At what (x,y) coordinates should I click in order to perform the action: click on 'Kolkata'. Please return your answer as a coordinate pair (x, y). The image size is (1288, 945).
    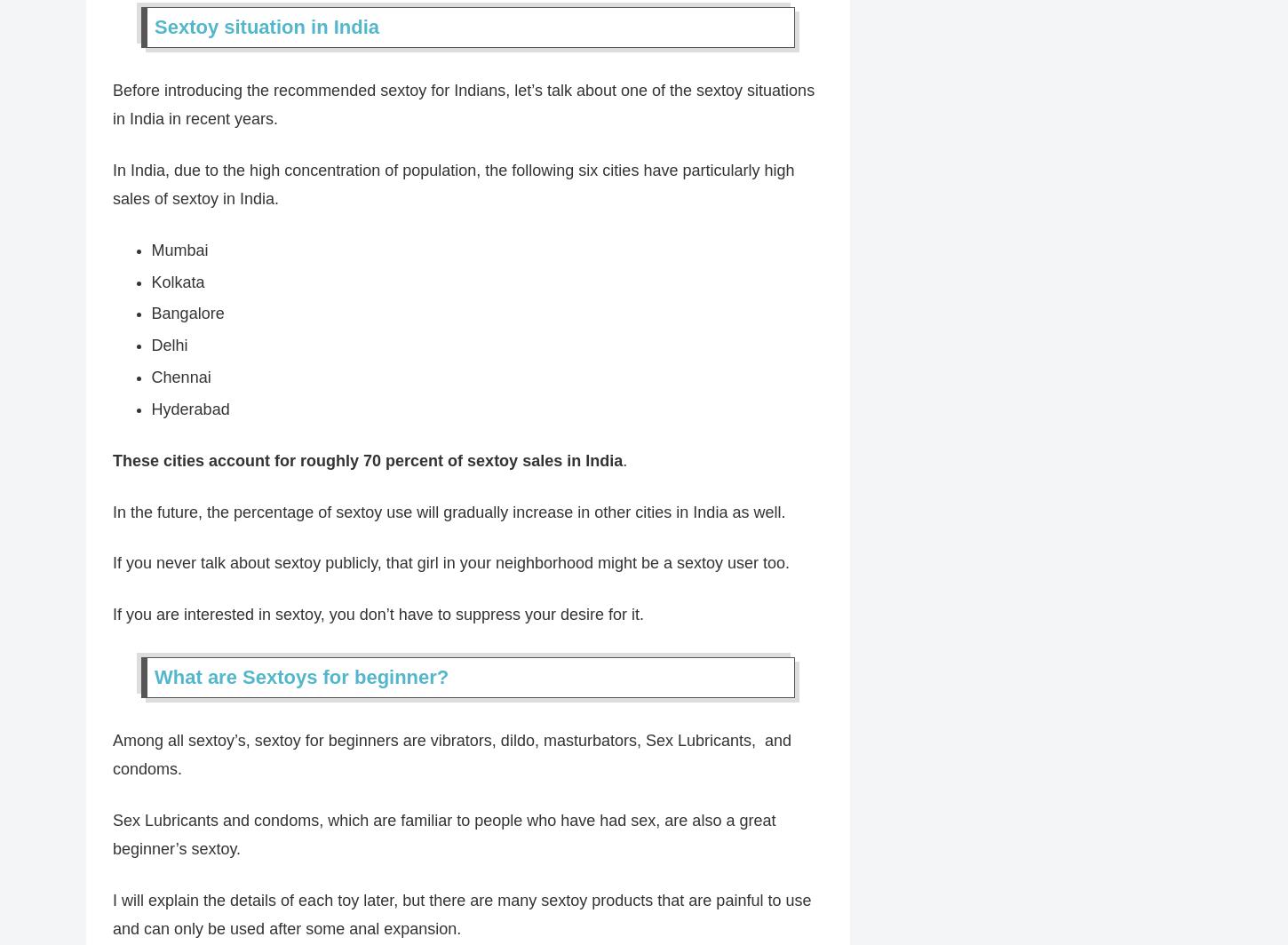
    Looking at the image, I should click on (176, 281).